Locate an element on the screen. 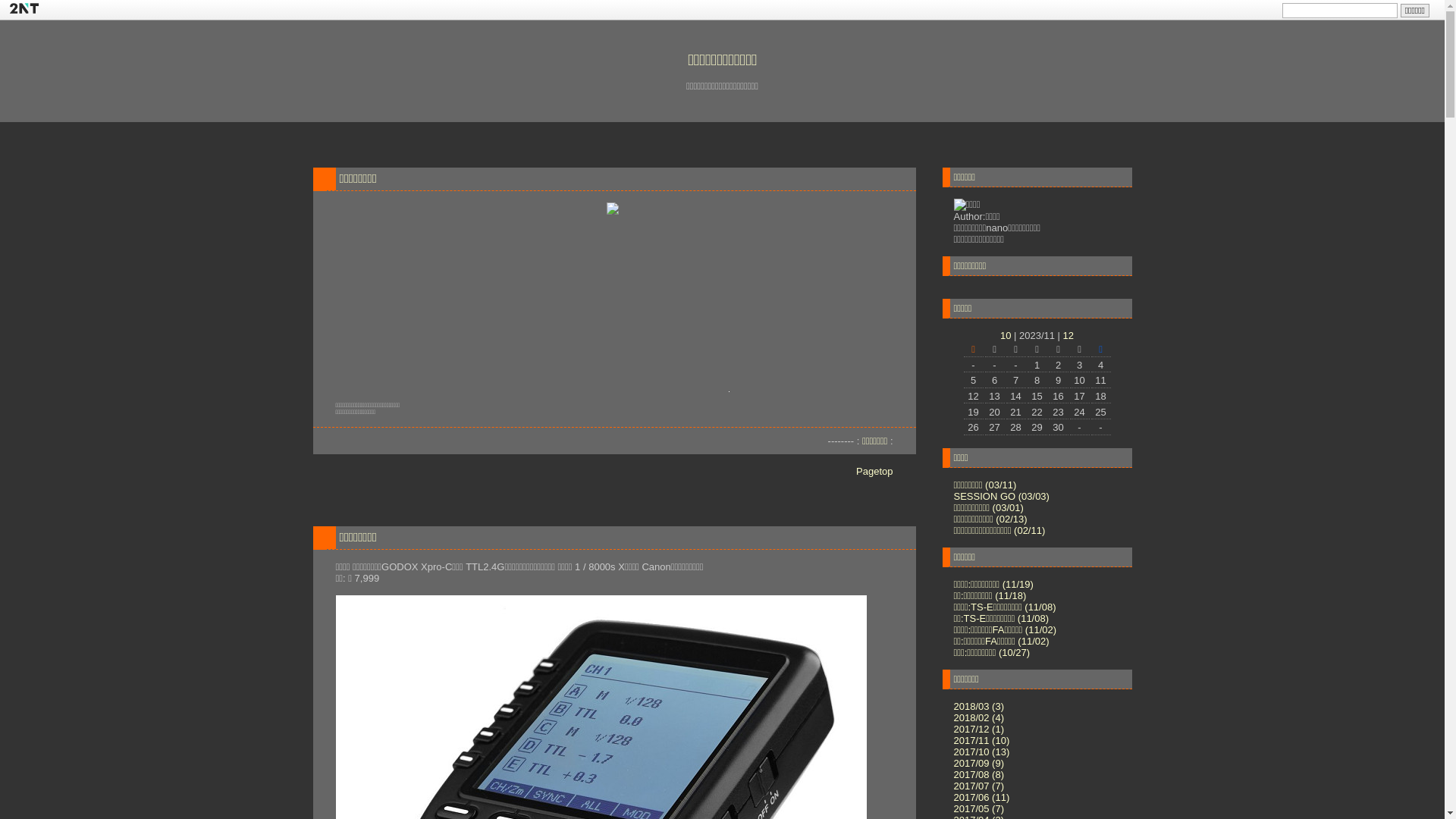  '2017/09 (9)' is located at coordinates (979, 763).